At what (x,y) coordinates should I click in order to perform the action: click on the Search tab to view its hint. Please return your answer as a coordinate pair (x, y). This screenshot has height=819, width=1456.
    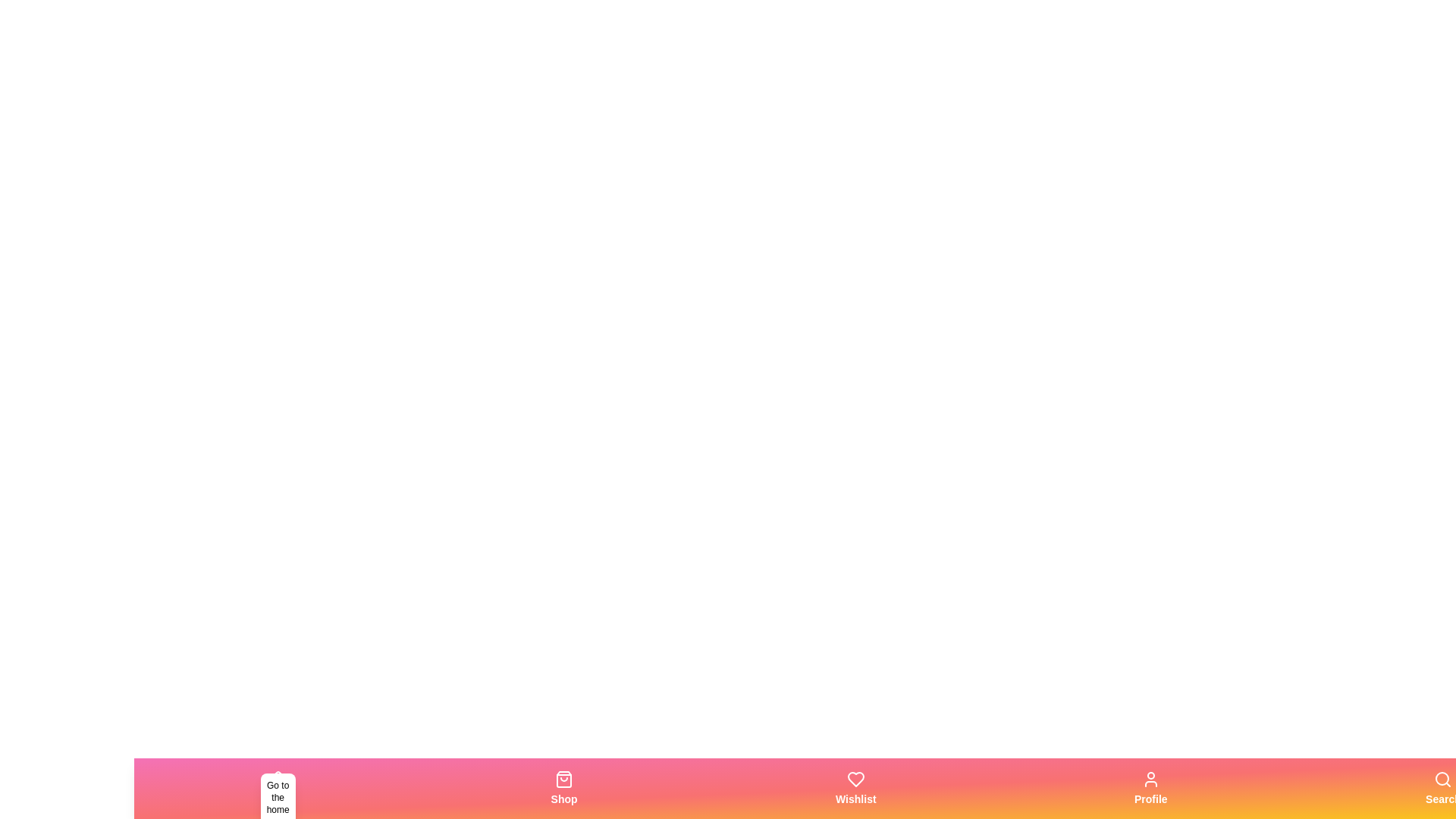
    Looking at the image, I should click on (1442, 788).